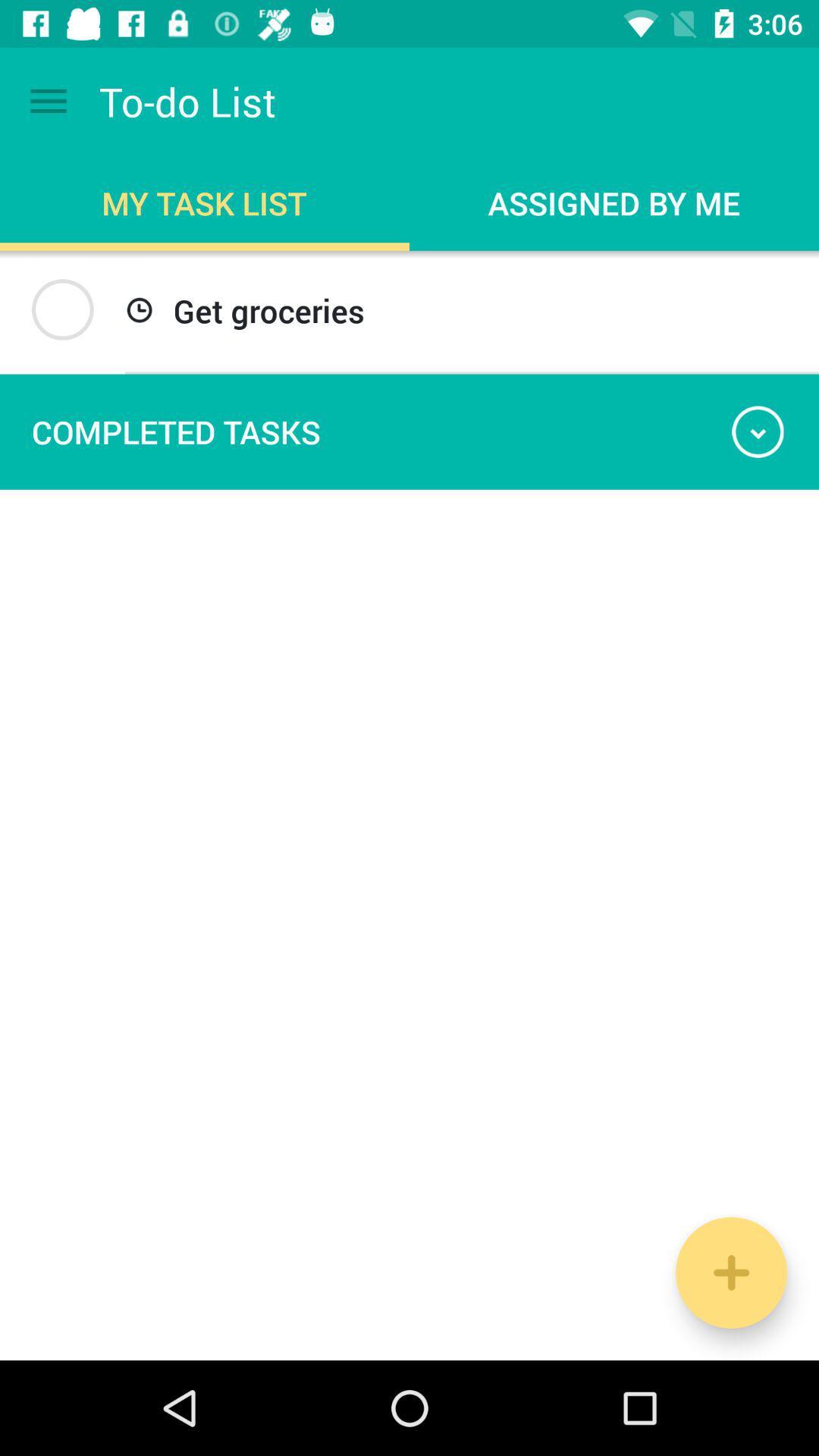  What do you see at coordinates (730, 1272) in the screenshot?
I see `the add icon` at bounding box center [730, 1272].